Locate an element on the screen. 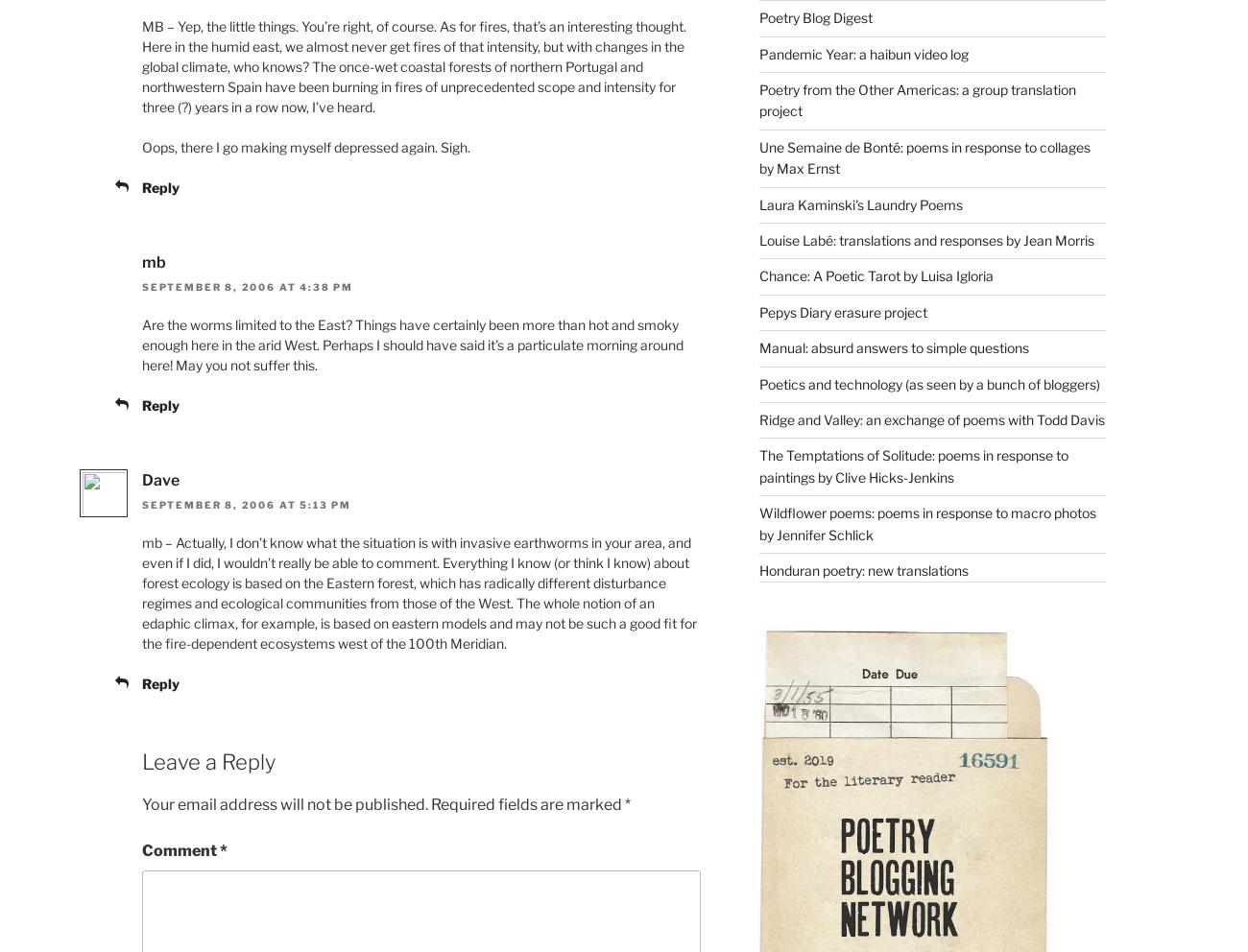 Image resolution: width=1248 pixels, height=952 pixels. 'Une Semaine de Bonté: poems in response to collages by Max Ernst' is located at coordinates (924, 156).